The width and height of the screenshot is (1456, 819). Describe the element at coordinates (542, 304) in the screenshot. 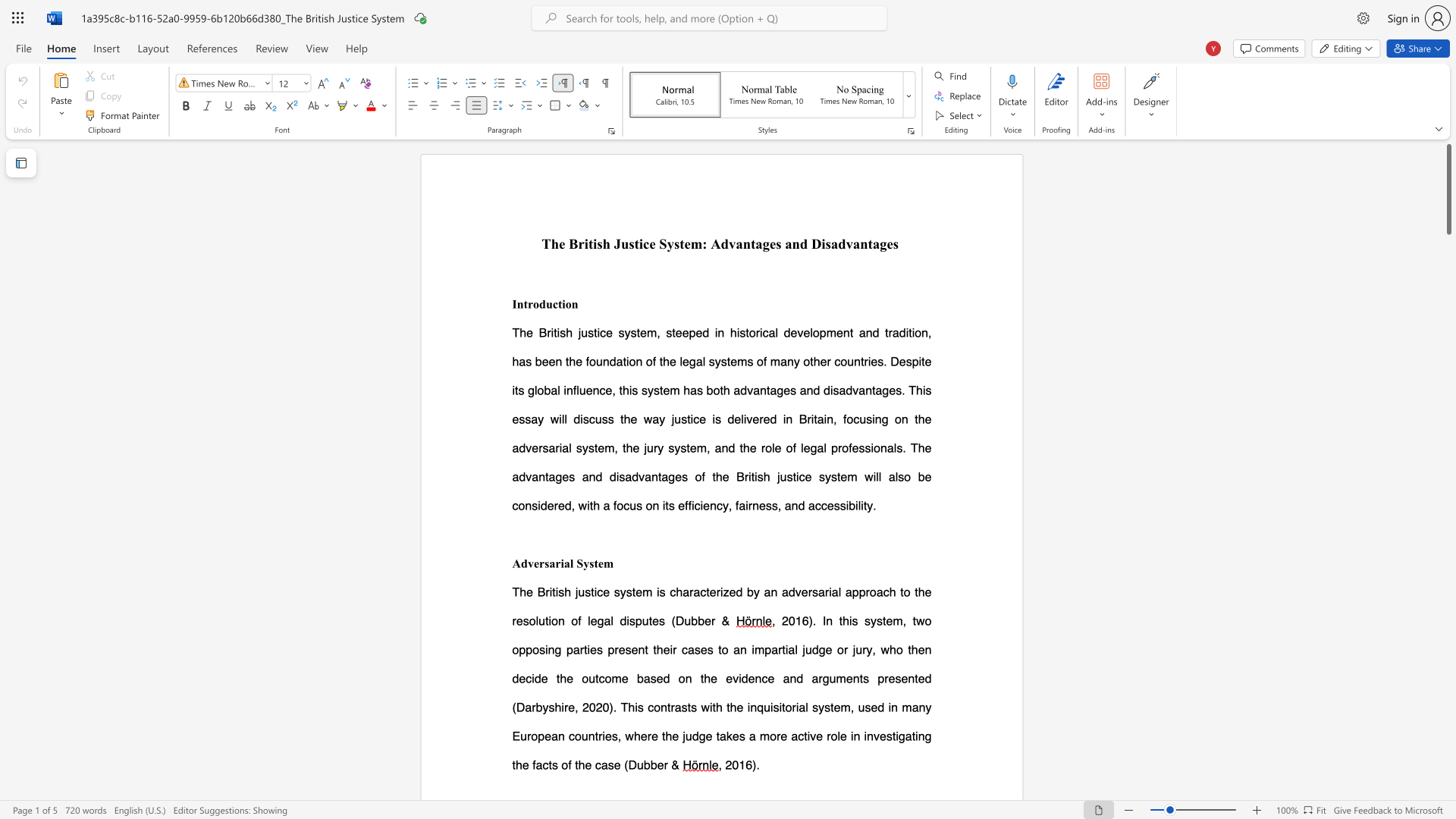

I see `the 1th character "d" in the text` at that location.